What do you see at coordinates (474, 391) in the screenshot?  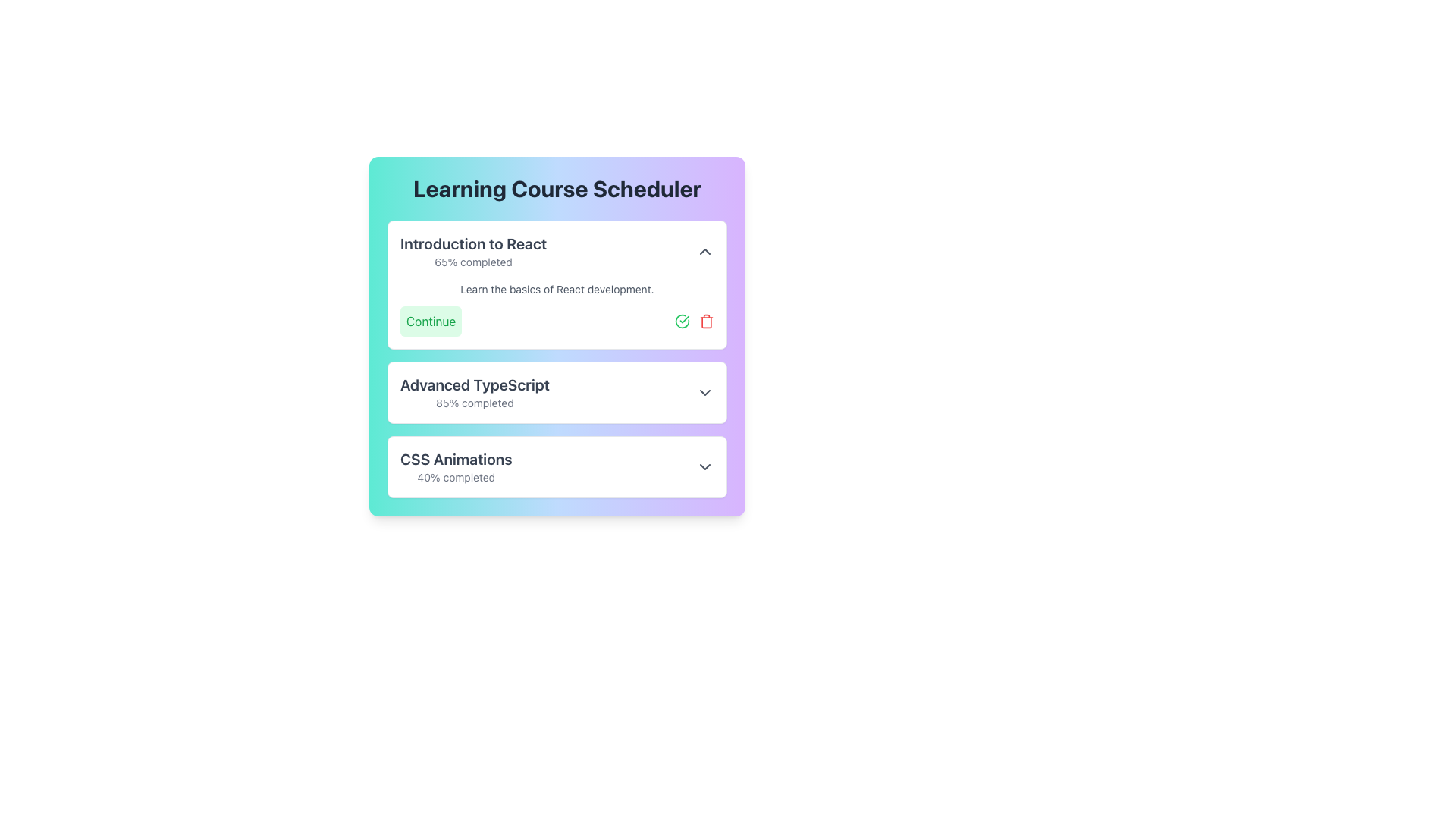 I see `the text label displaying the course title 'Advanced TypeScript' and its completion percentage '85% completed', located in the middle section of the 'Learning Course Scheduler' card` at bounding box center [474, 391].